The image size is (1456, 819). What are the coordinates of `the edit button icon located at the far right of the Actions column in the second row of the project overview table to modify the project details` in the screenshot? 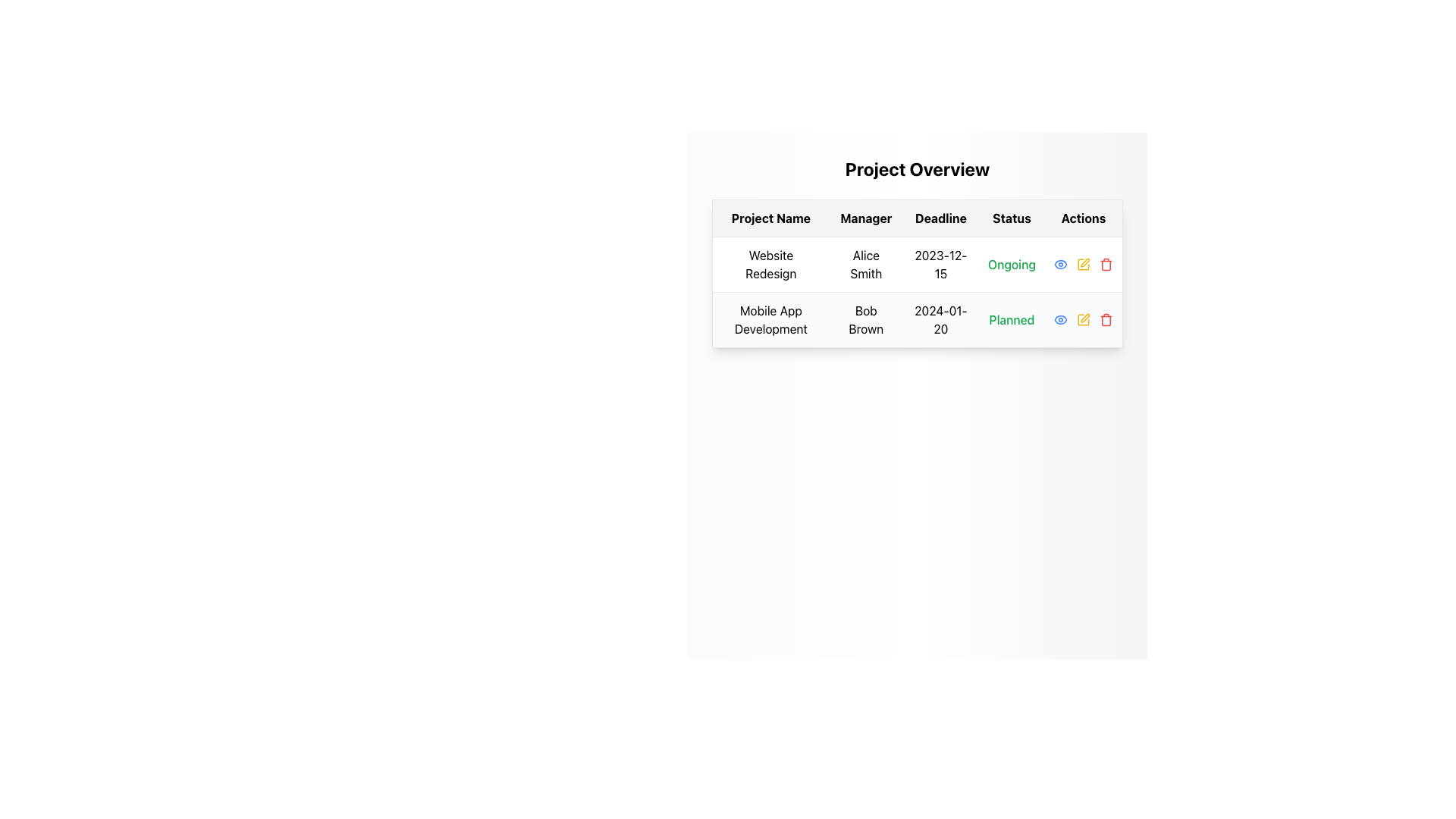 It's located at (1083, 318).